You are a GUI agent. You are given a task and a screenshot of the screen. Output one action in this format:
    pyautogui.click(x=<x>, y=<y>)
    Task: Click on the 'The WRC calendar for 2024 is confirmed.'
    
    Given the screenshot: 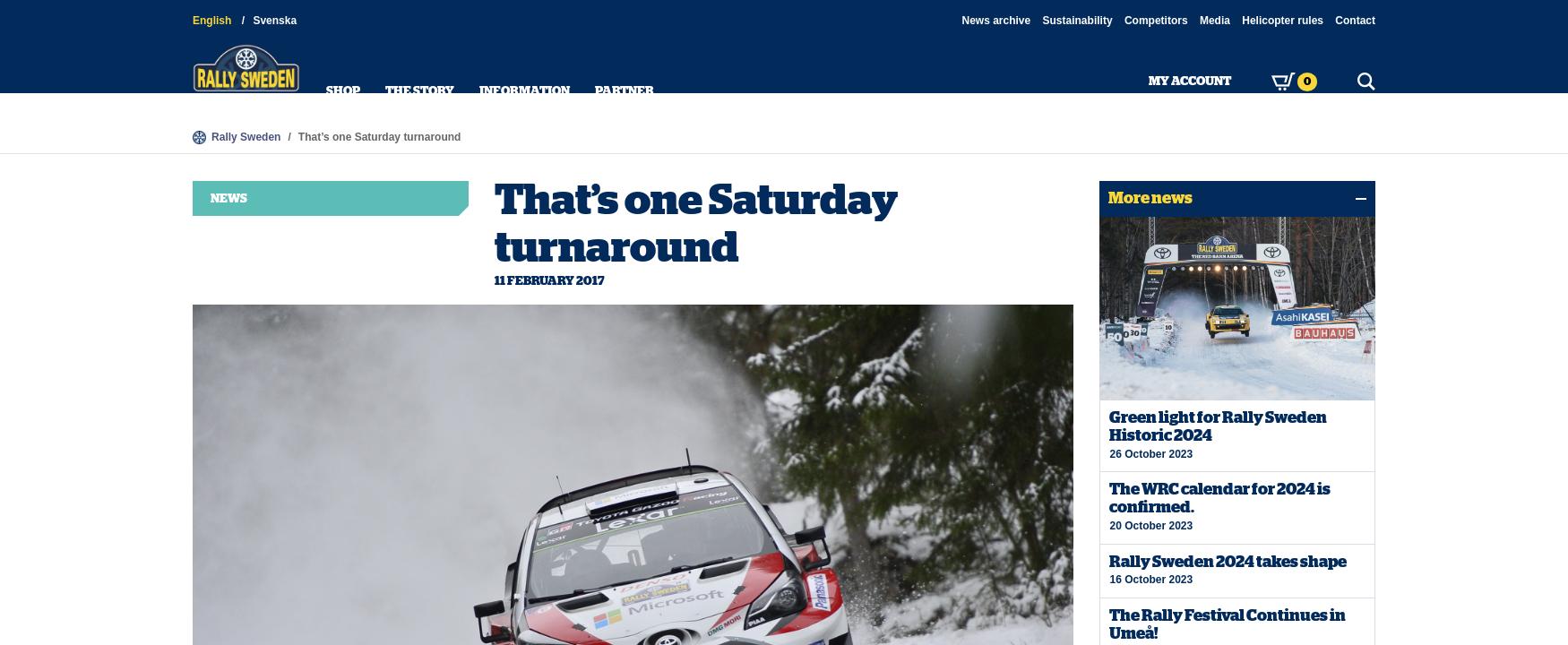 What is the action you would take?
    pyautogui.click(x=1219, y=497)
    